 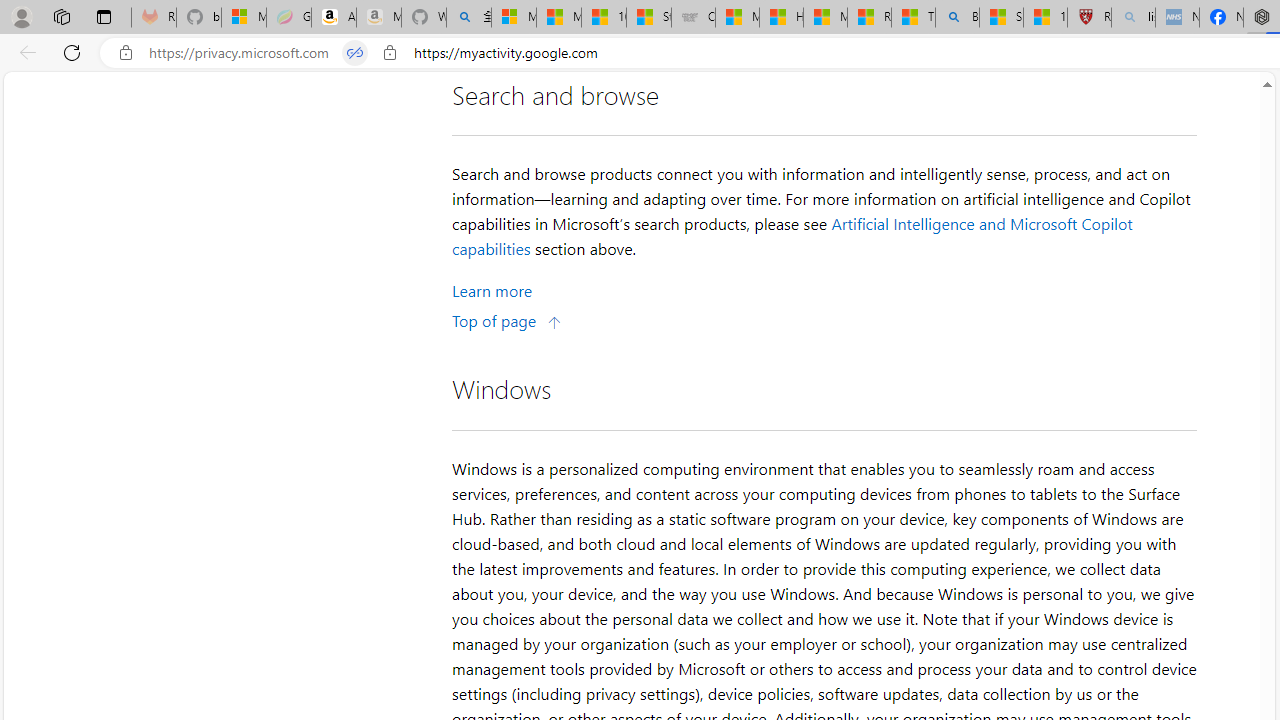 What do you see at coordinates (61, 16) in the screenshot?
I see `'Workspaces'` at bounding box center [61, 16].